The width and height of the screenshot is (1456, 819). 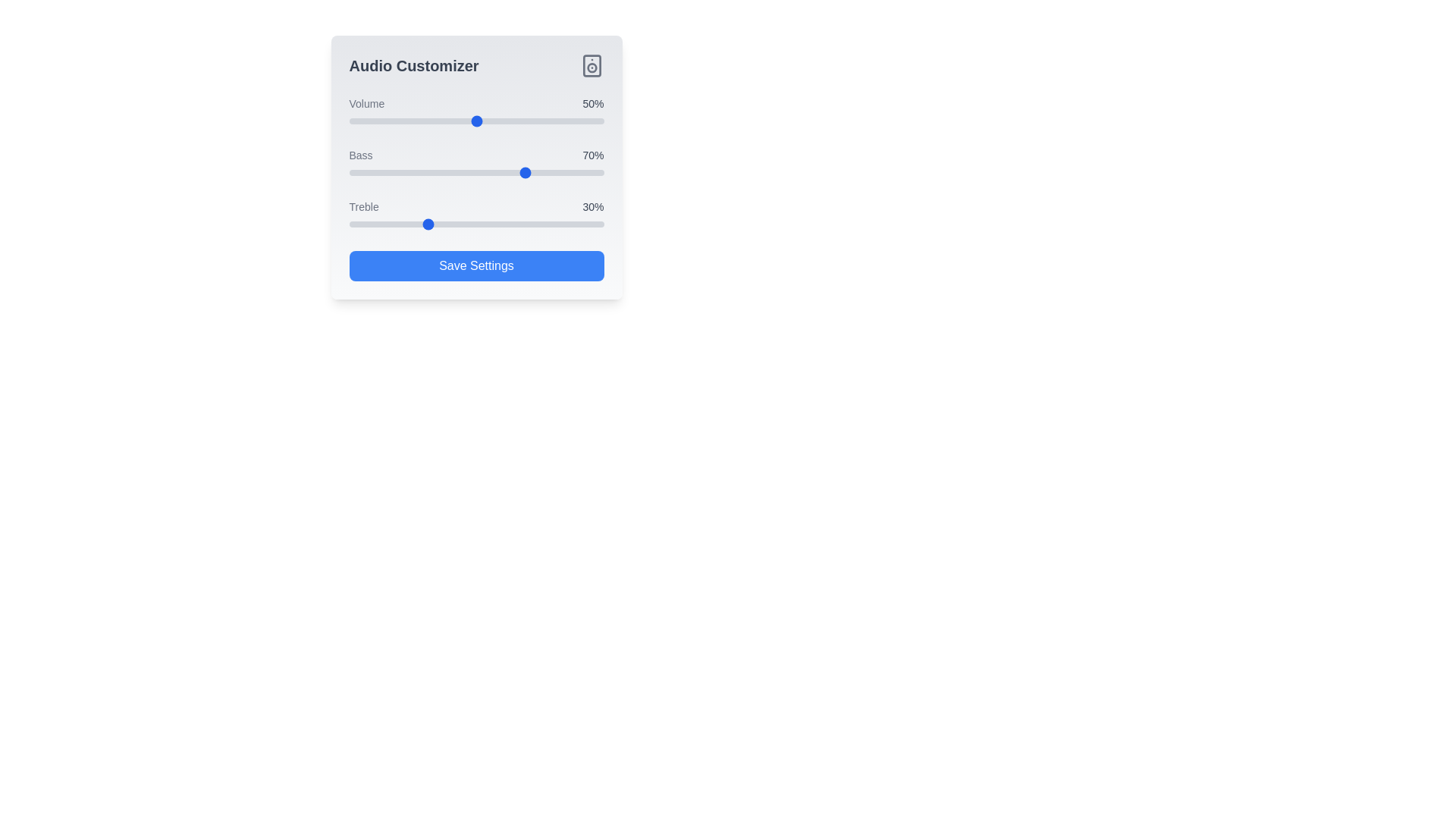 I want to click on the treble slider to set the treble level to 62%, so click(x=507, y=224).